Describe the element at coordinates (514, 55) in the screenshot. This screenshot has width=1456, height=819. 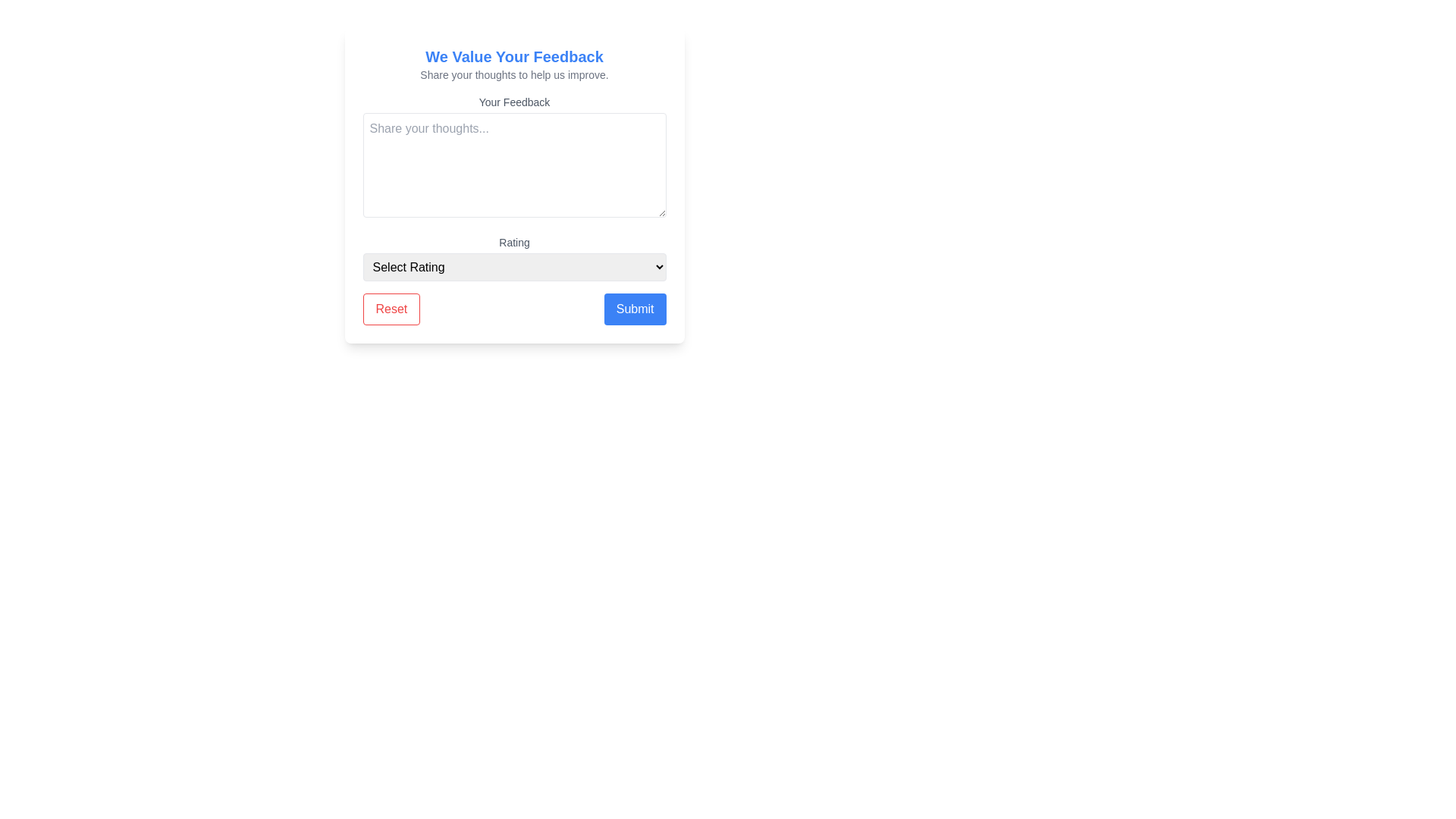
I see `header text that provides a welcoming message in the feedback section, located at the top center of the feedback form` at that location.